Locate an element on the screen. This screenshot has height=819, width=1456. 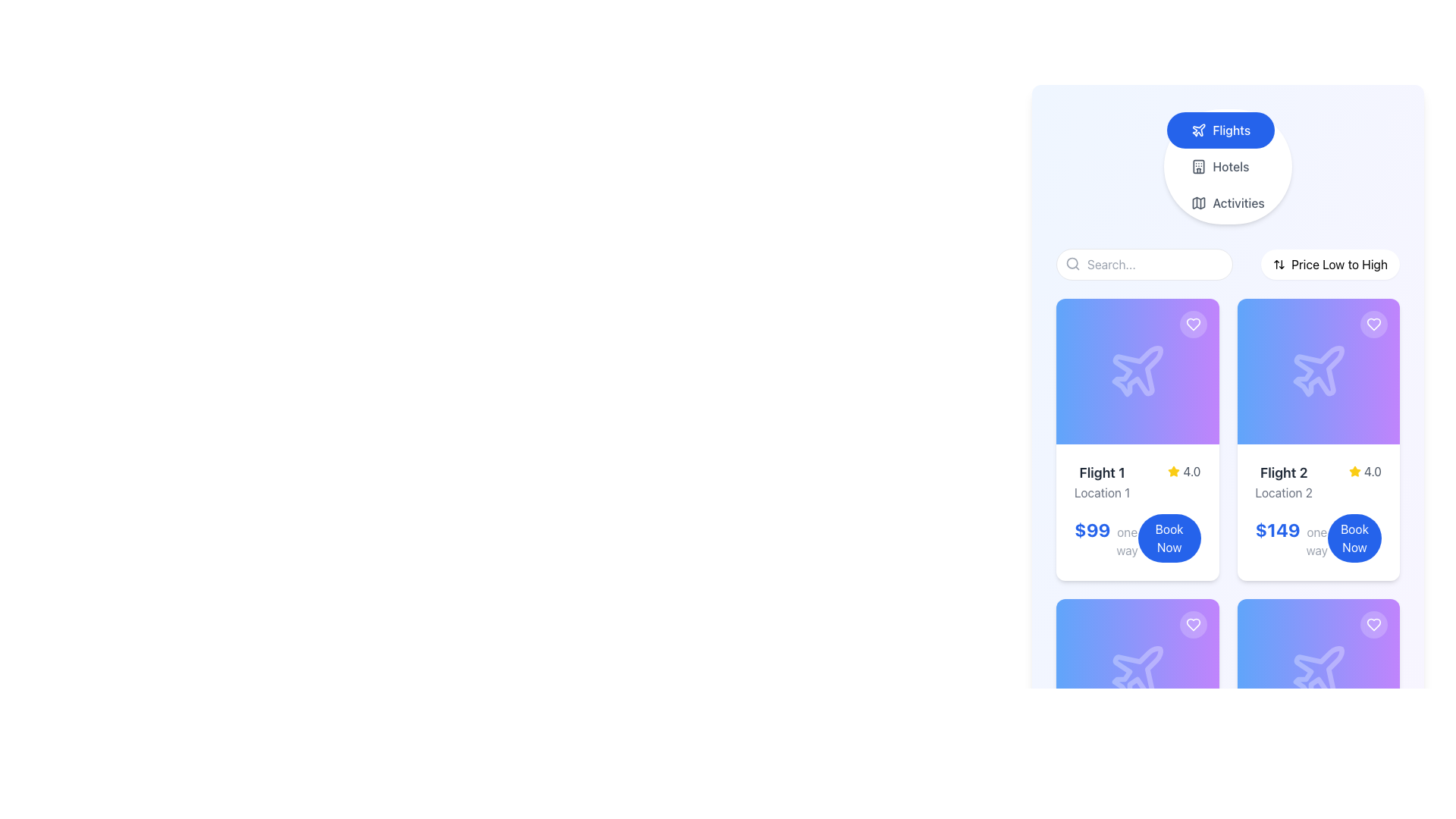
the text label that describes 'Flight 1' and its location 'Location 1', which is located in the leftmost card of the displayed grid, directly under the airplane icon and above the price '$99' is located at coordinates (1102, 482).